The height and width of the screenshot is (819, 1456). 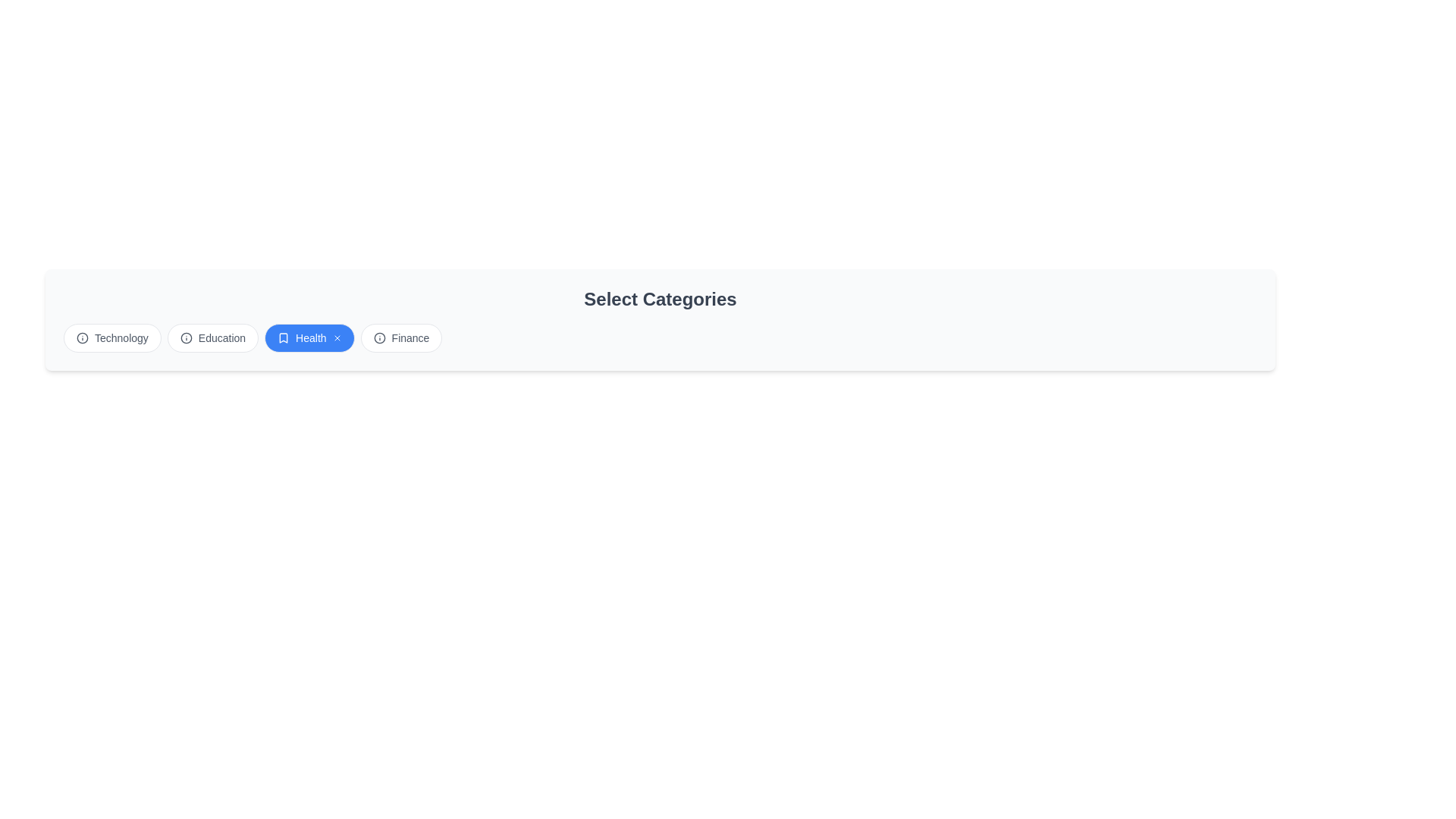 I want to click on the chip labeled 'Technology' to observe its hover state, so click(x=111, y=337).